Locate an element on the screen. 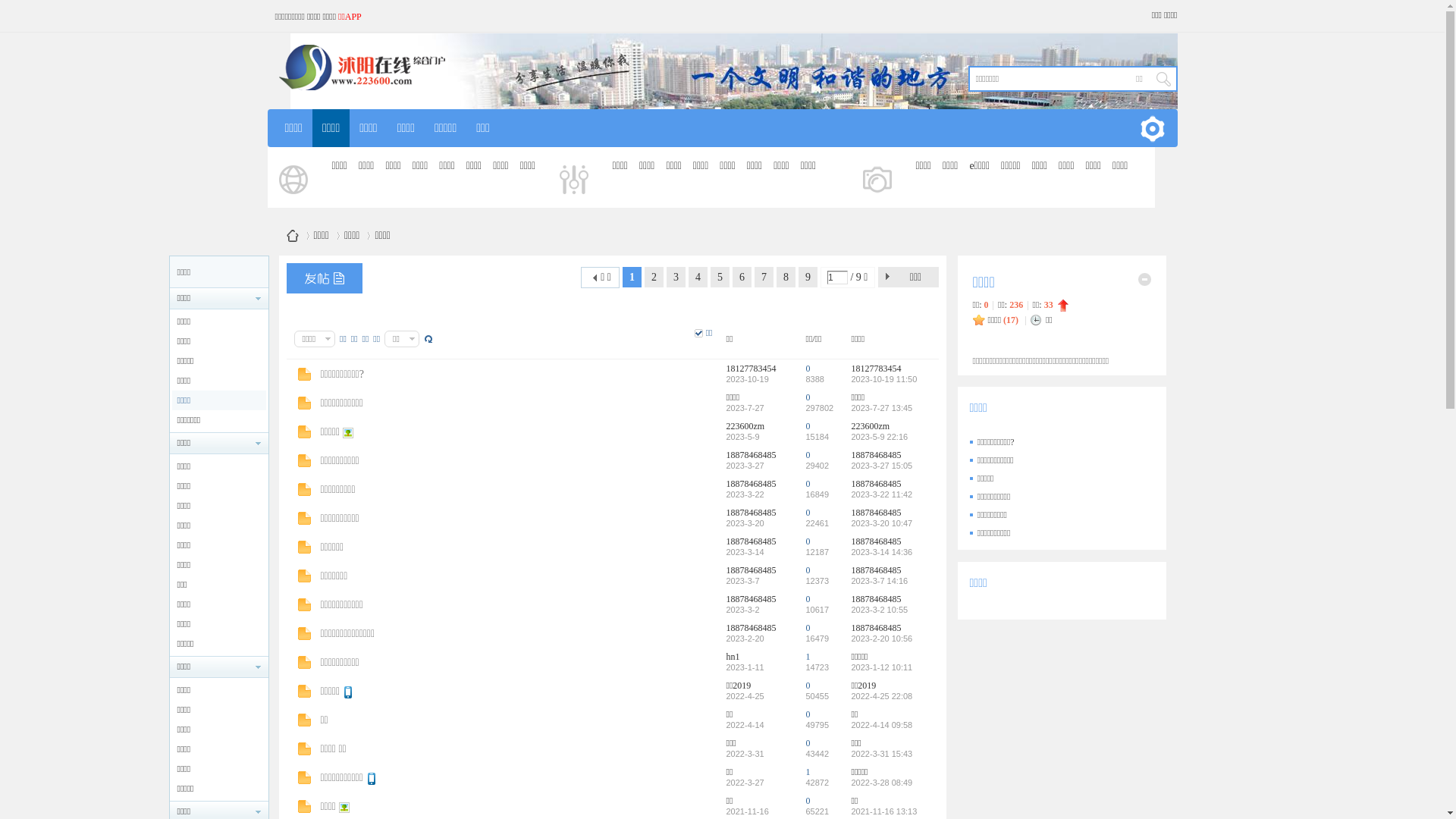 Image resolution: width=1456 pixels, height=819 pixels. '2022-3-31 15:43' is located at coordinates (851, 754).